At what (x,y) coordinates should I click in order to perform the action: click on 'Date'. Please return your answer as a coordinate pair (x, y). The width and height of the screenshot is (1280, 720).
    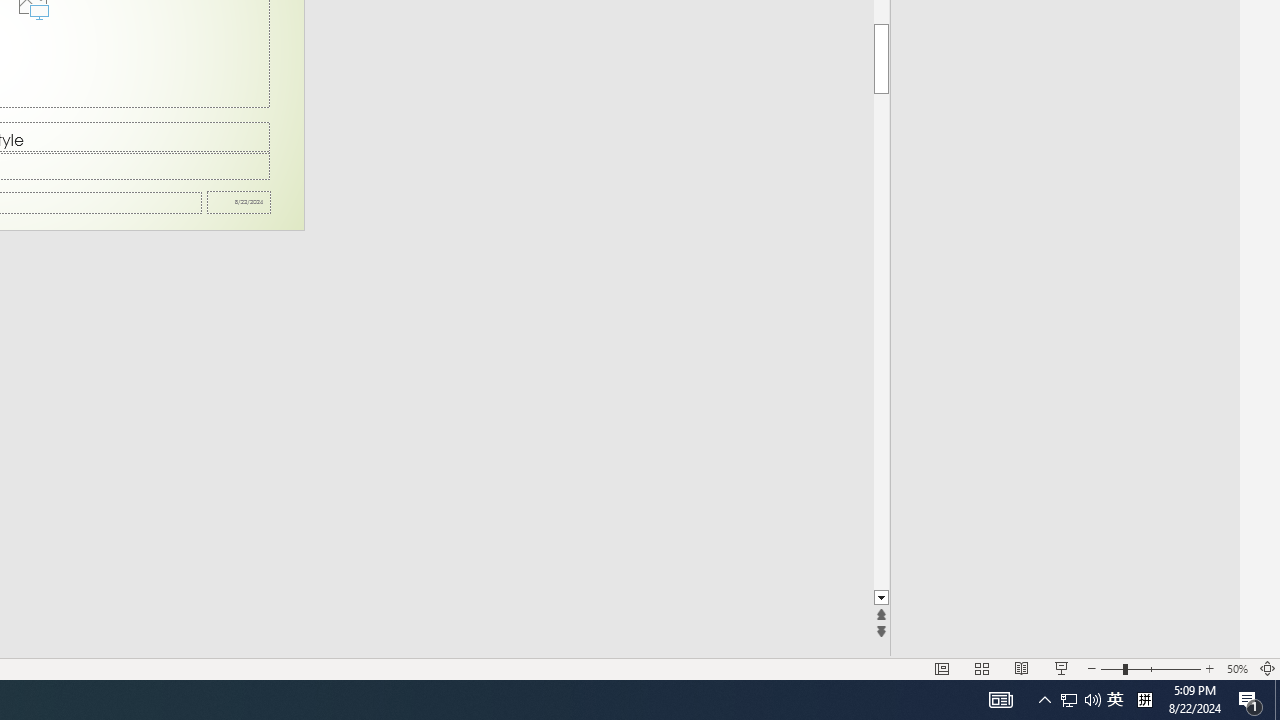
    Looking at the image, I should click on (239, 202).